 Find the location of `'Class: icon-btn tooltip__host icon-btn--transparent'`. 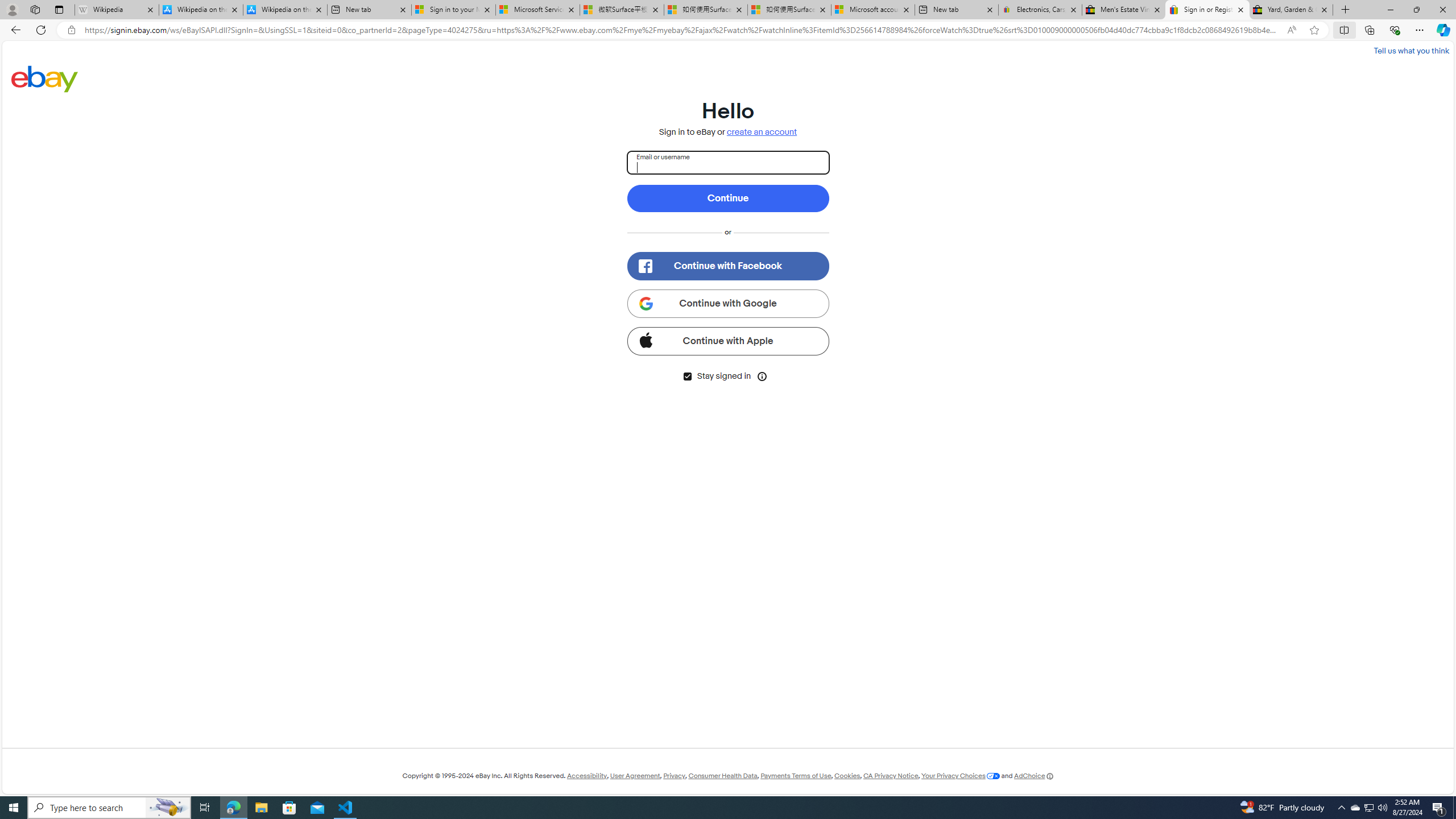

'Class: icon-btn tooltip__host icon-btn--transparent' is located at coordinates (763, 375).